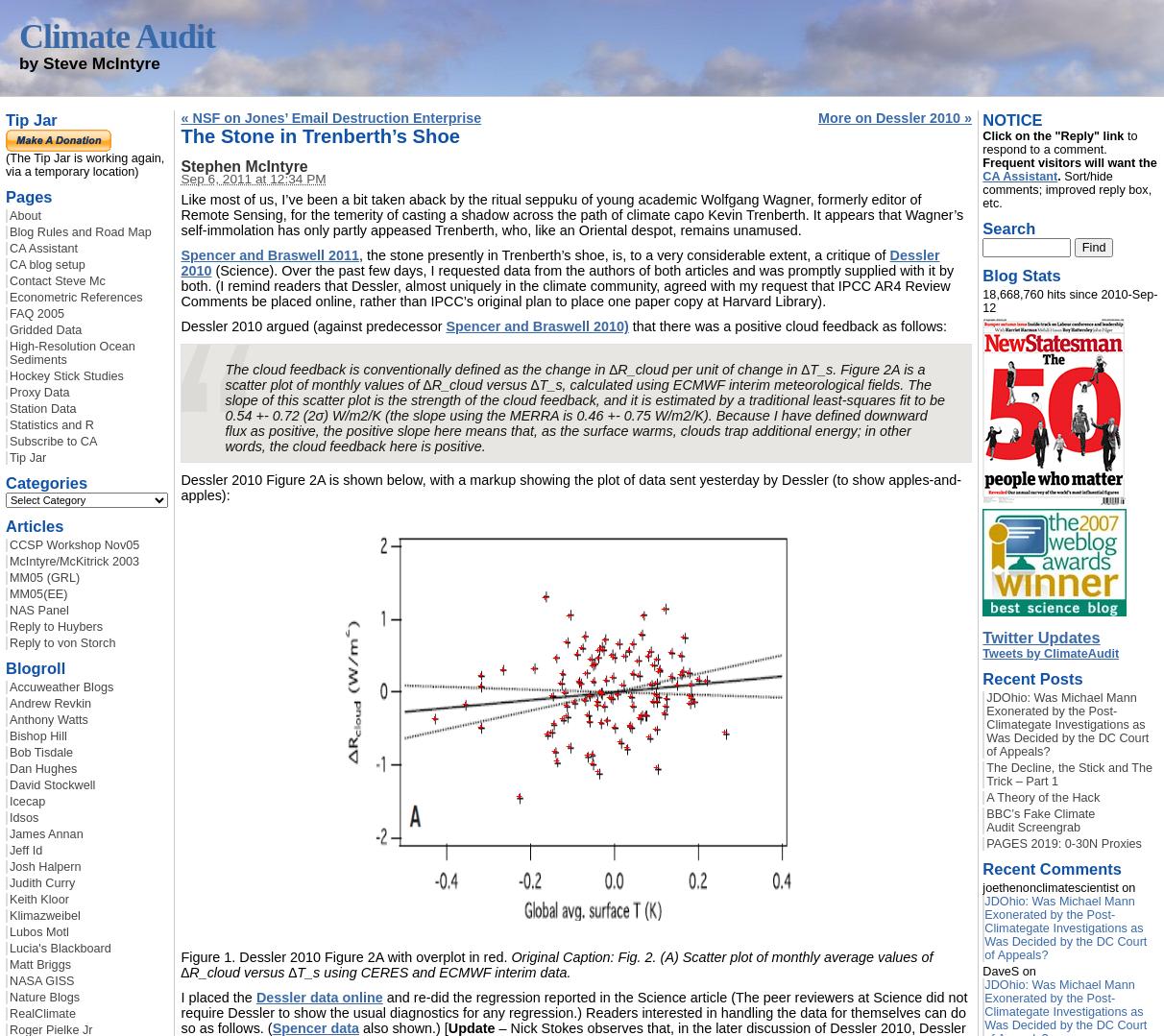  I want to click on 'Stephen McIntyre', so click(244, 165).